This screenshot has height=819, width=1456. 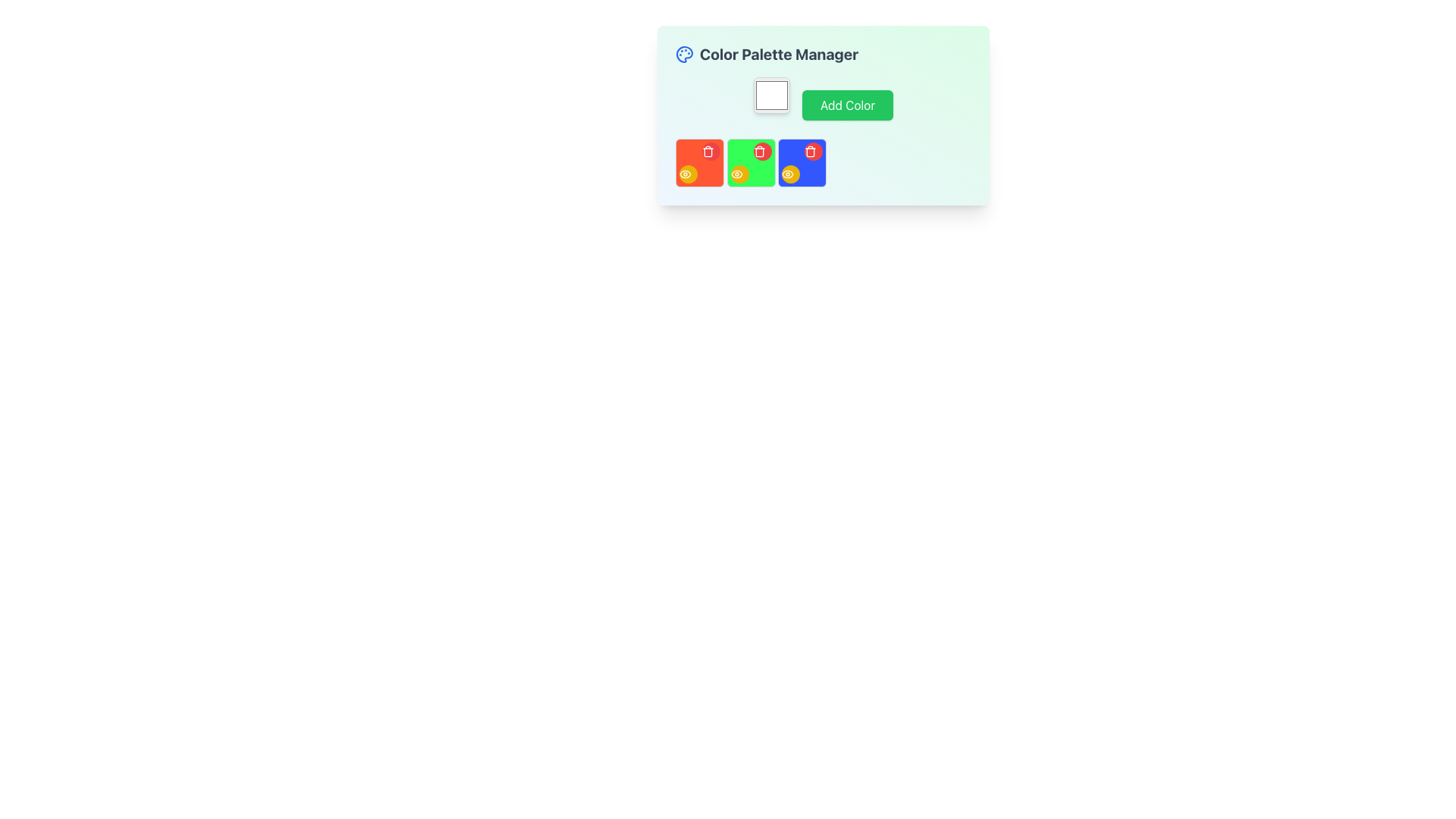 I want to click on the eye icon outline within the SVG graphic located at the bottom left of the green square, so click(x=736, y=174).